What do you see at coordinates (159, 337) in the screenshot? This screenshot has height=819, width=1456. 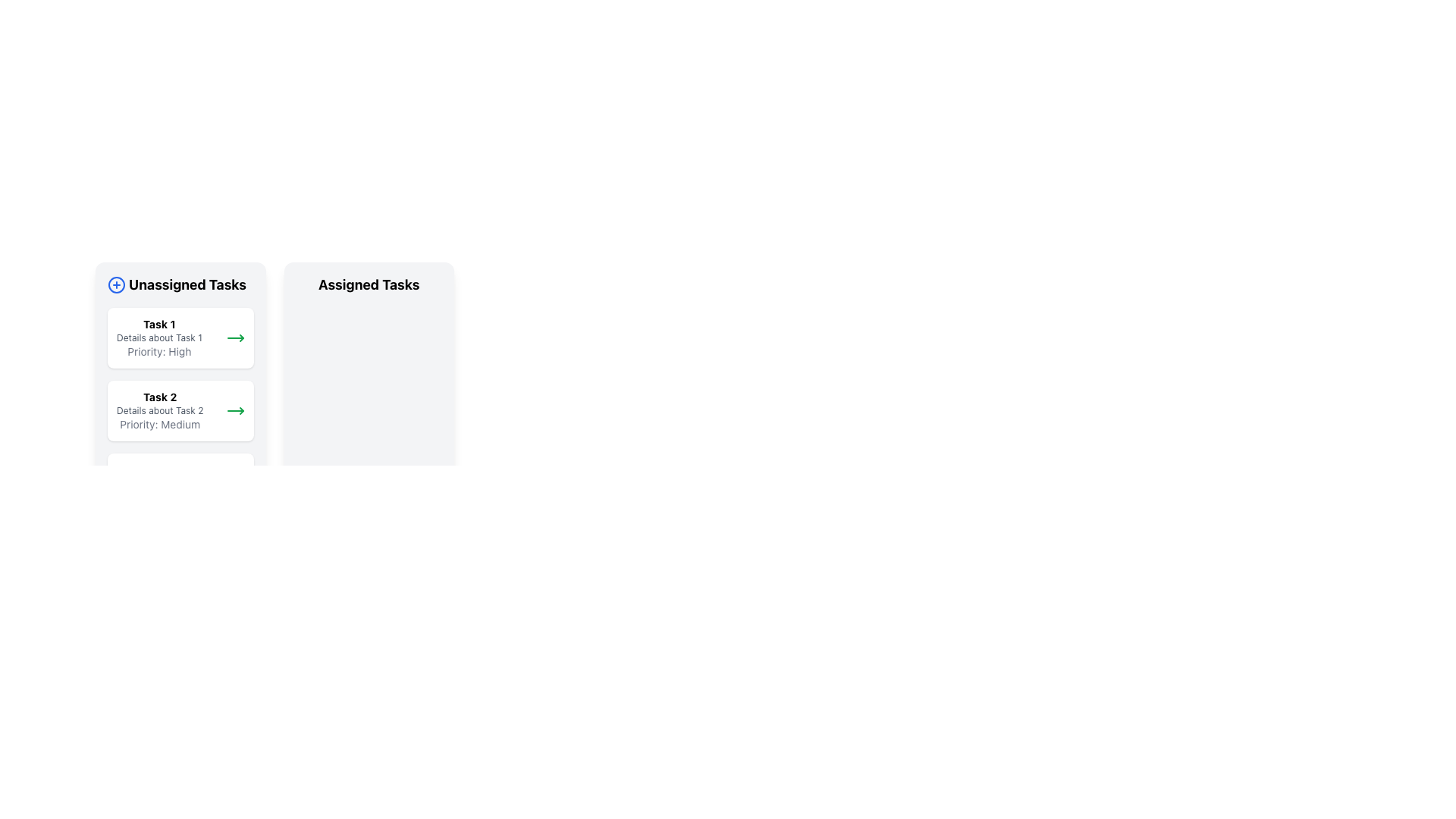 I see `the Text Label that reads 'Details about Task 1', which is positioned below the bolded 'Task 1' label and above the priority information in the task card` at bounding box center [159, 337].